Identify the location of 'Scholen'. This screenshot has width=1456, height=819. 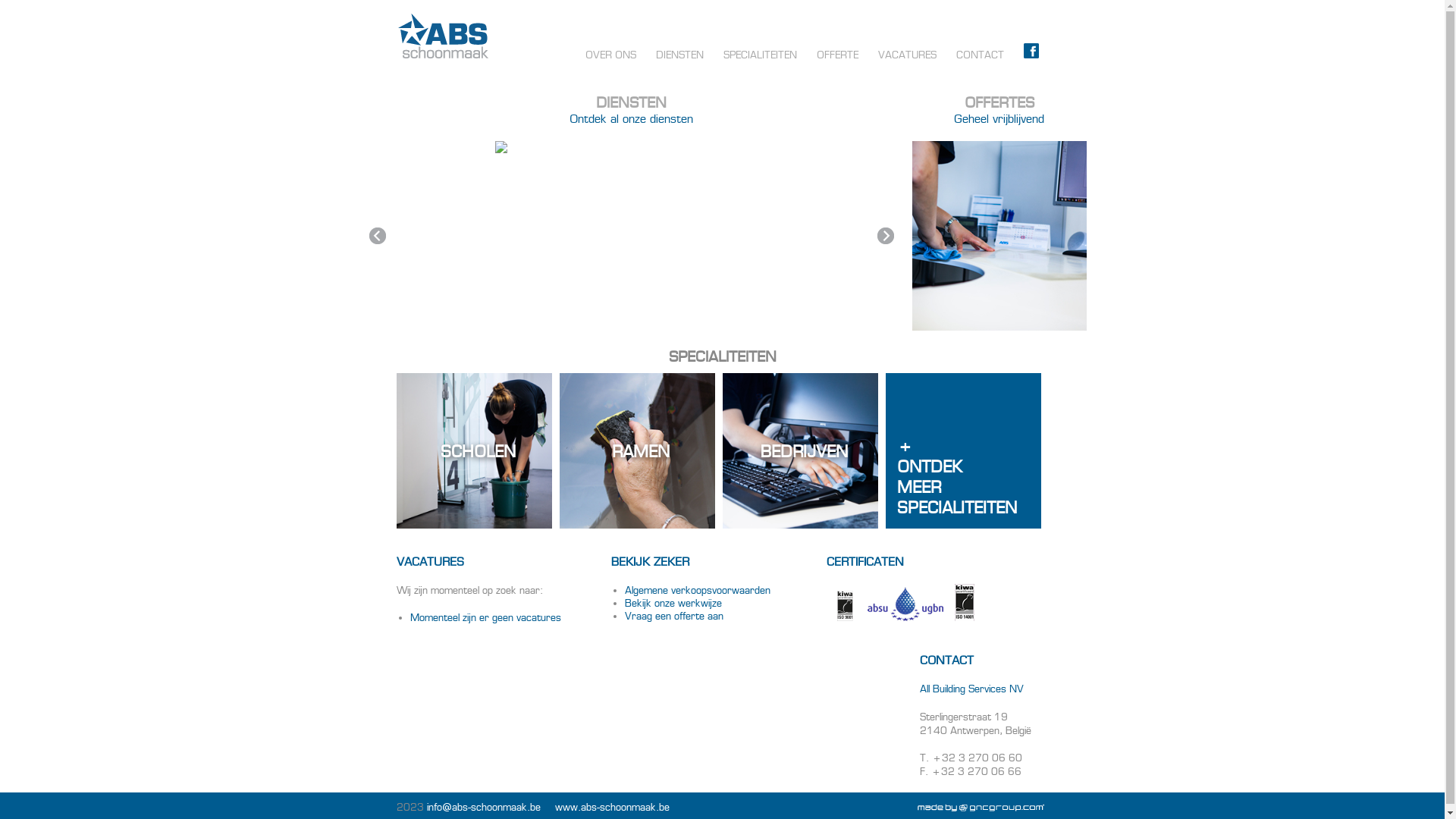
(472, 450).